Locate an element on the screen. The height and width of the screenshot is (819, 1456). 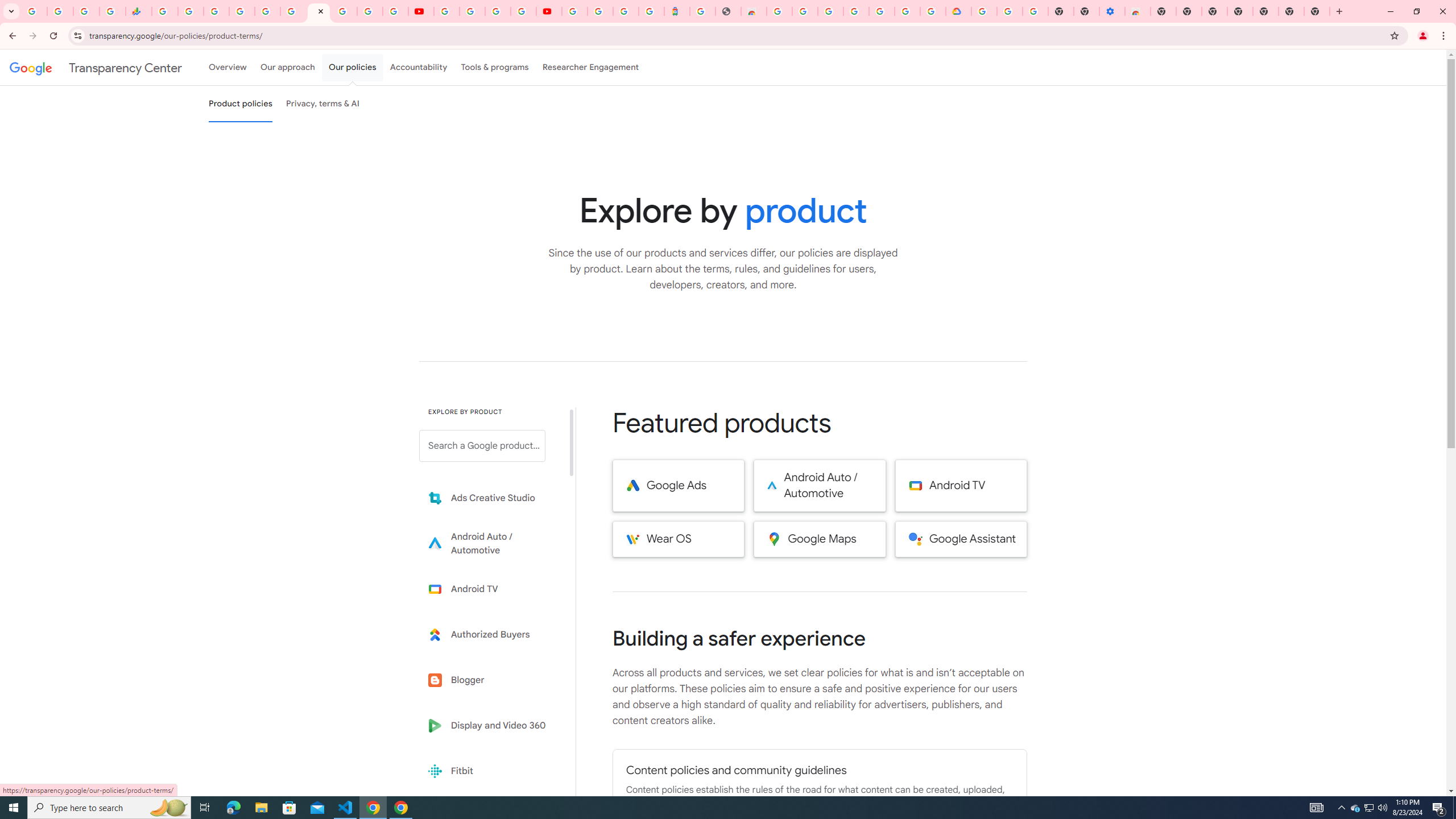
'Chrome Web Store - Household' is located at coordinates (753, 11).